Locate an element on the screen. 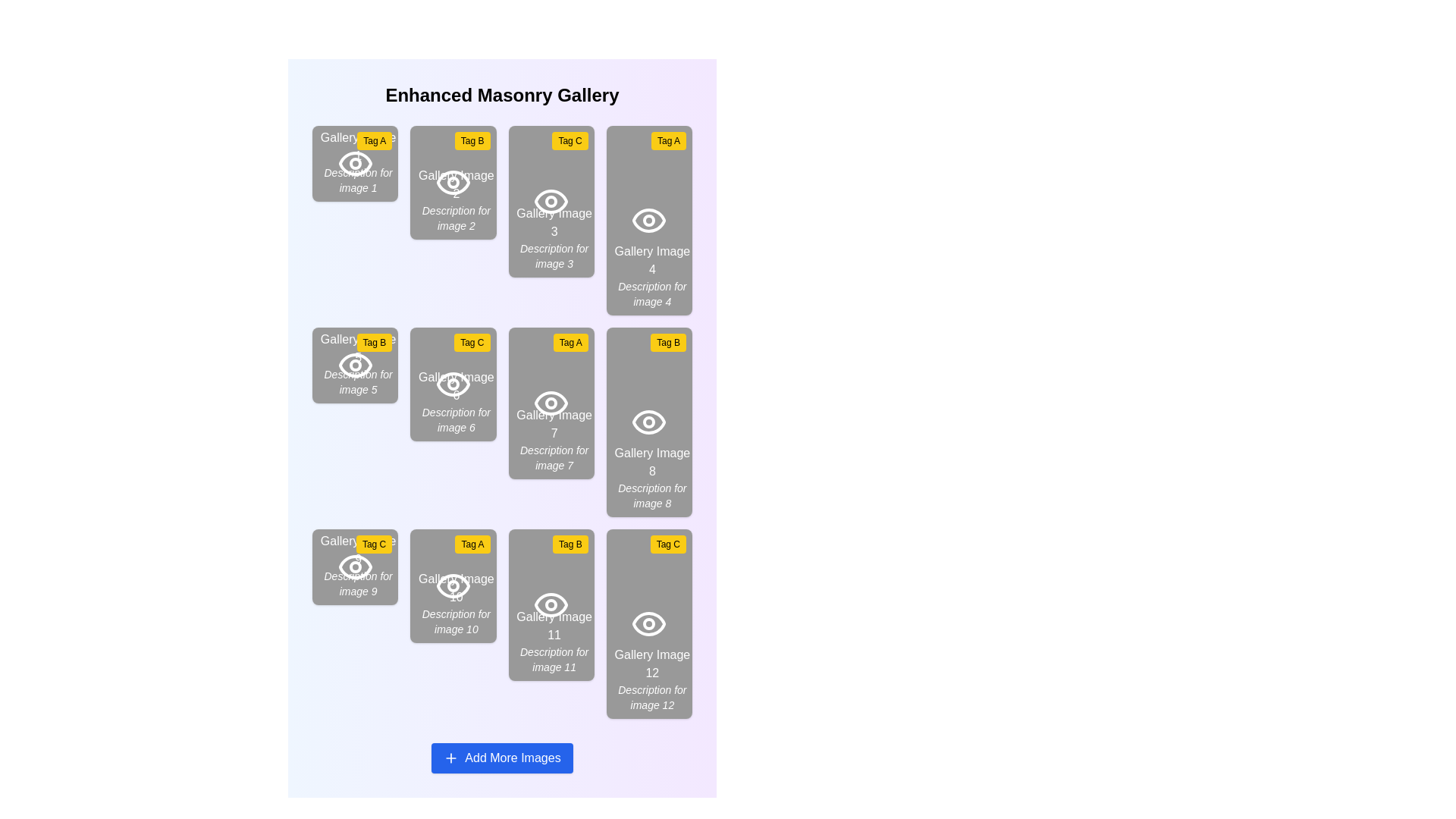 This screenshot has height=819, width=1456. the icon in the center of the gallery card labeled 'Gallery Image 7', which is located beneath the text 'Description for image 7' and within the card containing the 'Tag A' label at the top-right corner is located at coordinates (551, 403).